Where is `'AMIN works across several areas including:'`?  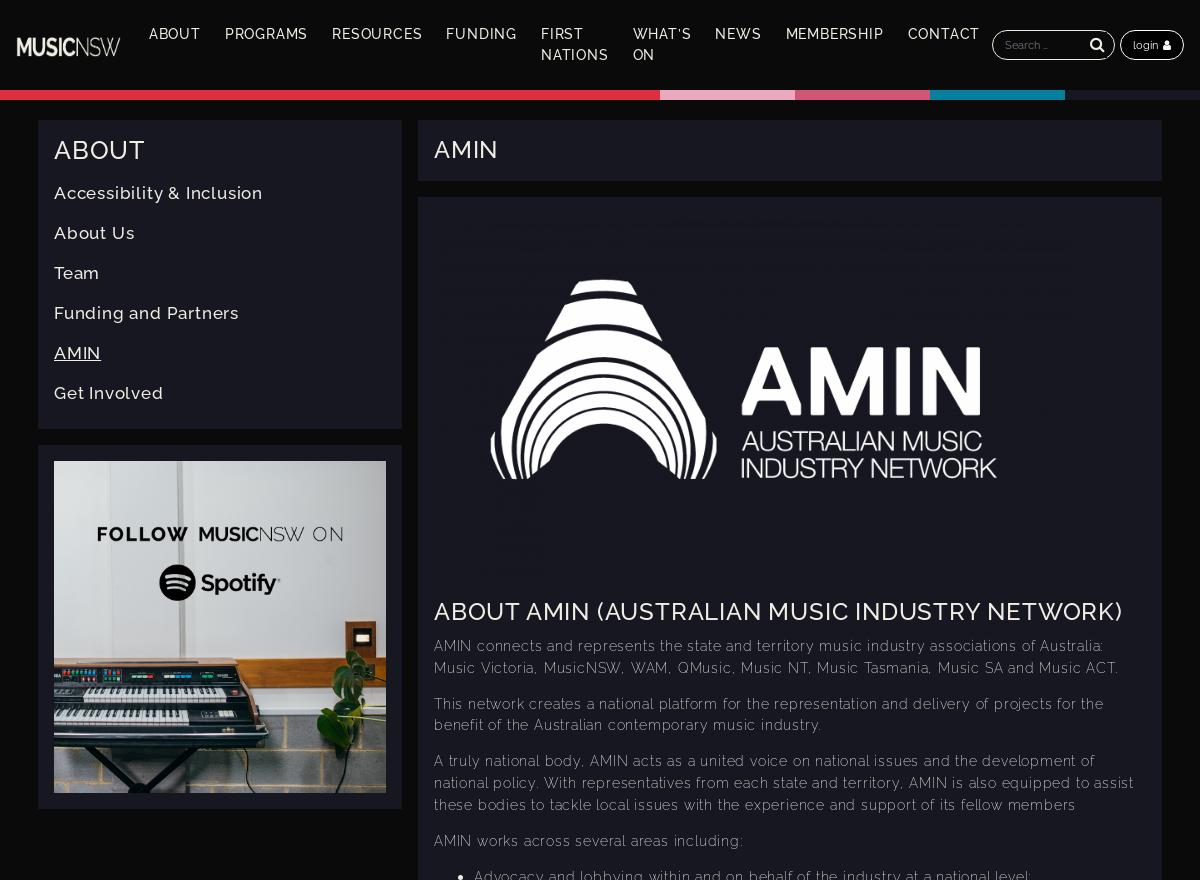 'AMIN works across several areas including:' is located at coordinates (586, 838).